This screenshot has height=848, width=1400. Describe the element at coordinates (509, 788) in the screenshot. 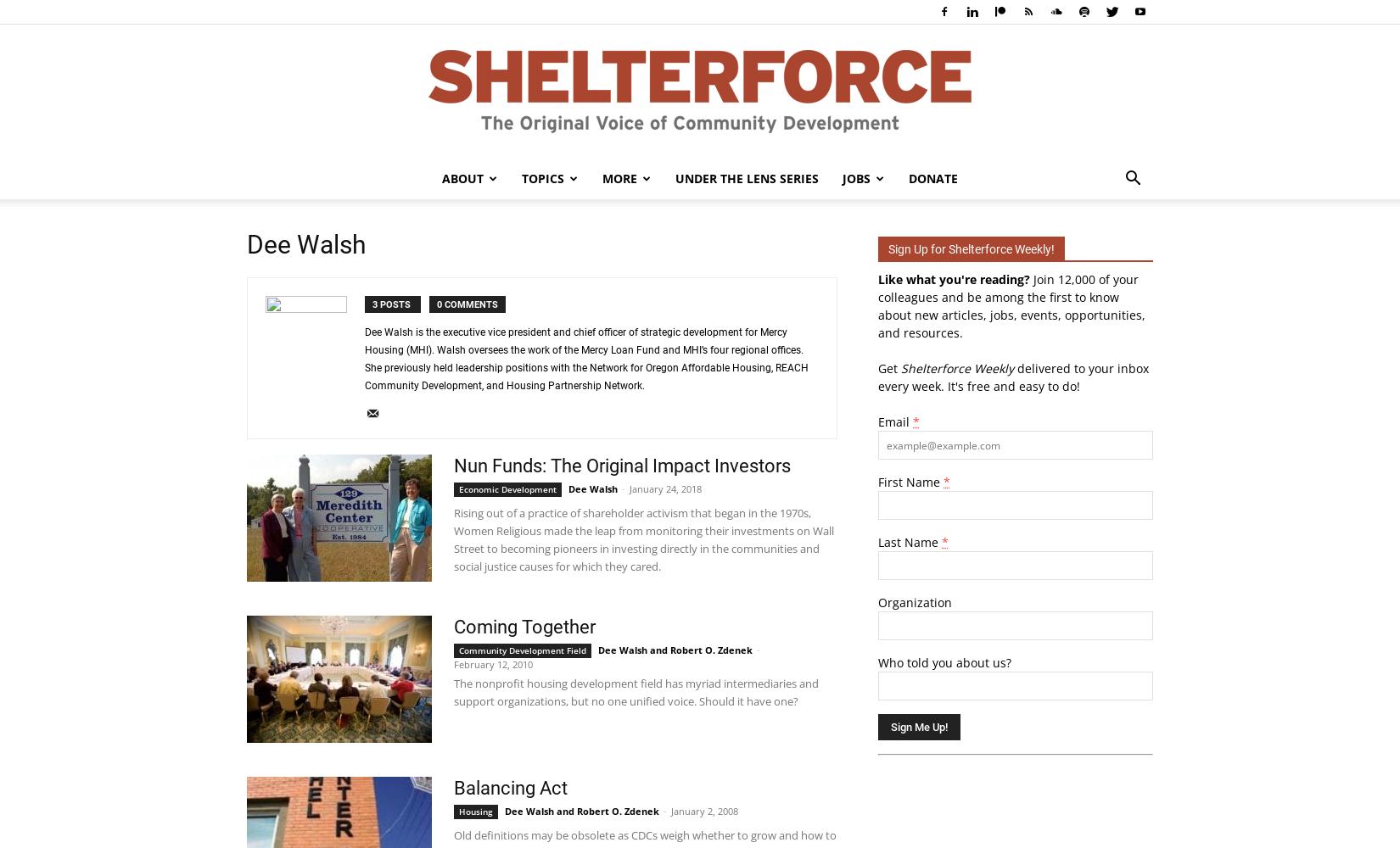

I see `'Balancing Act'` at that location.